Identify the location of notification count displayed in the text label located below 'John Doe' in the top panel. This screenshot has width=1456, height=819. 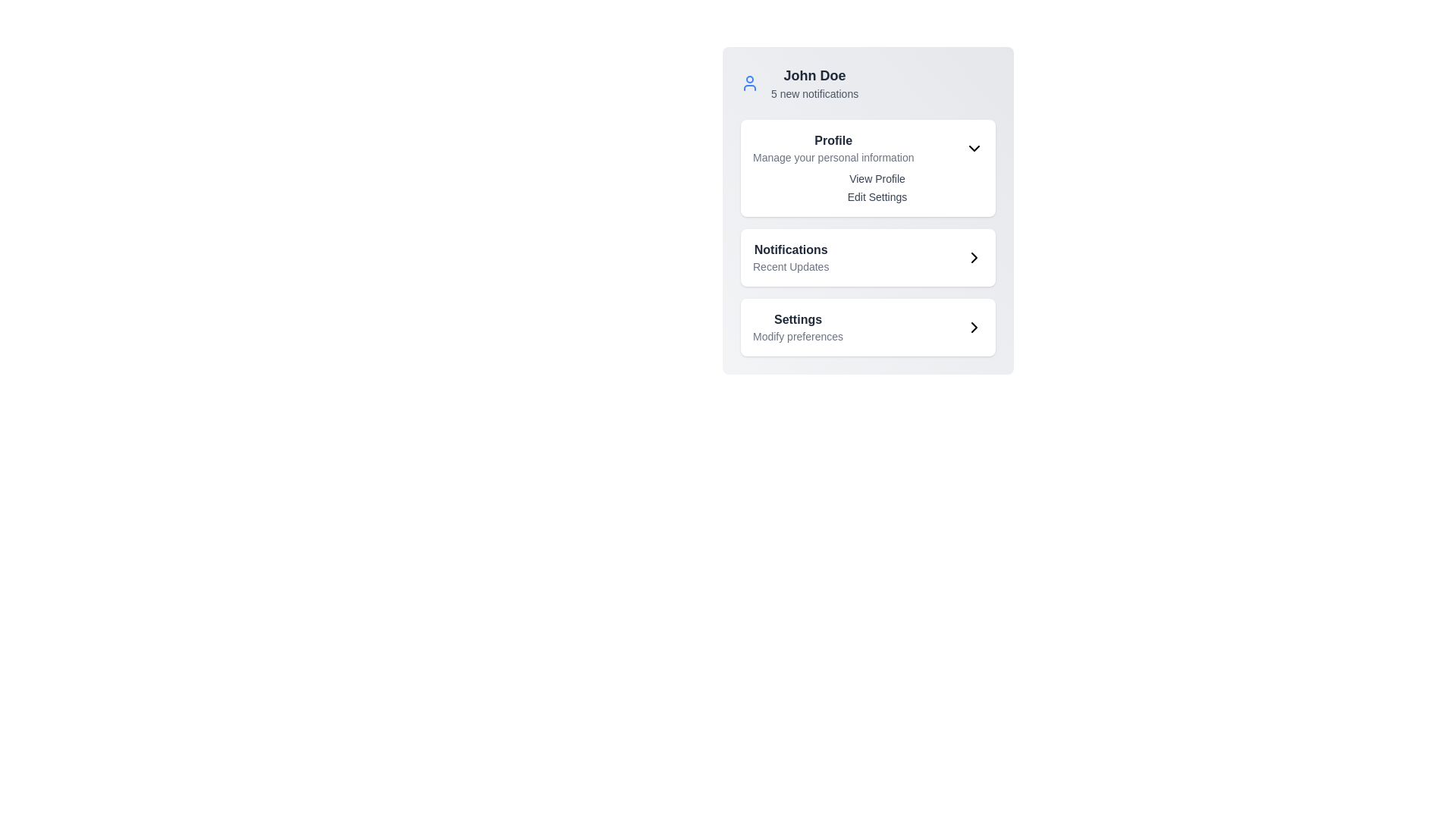
(814, 93).